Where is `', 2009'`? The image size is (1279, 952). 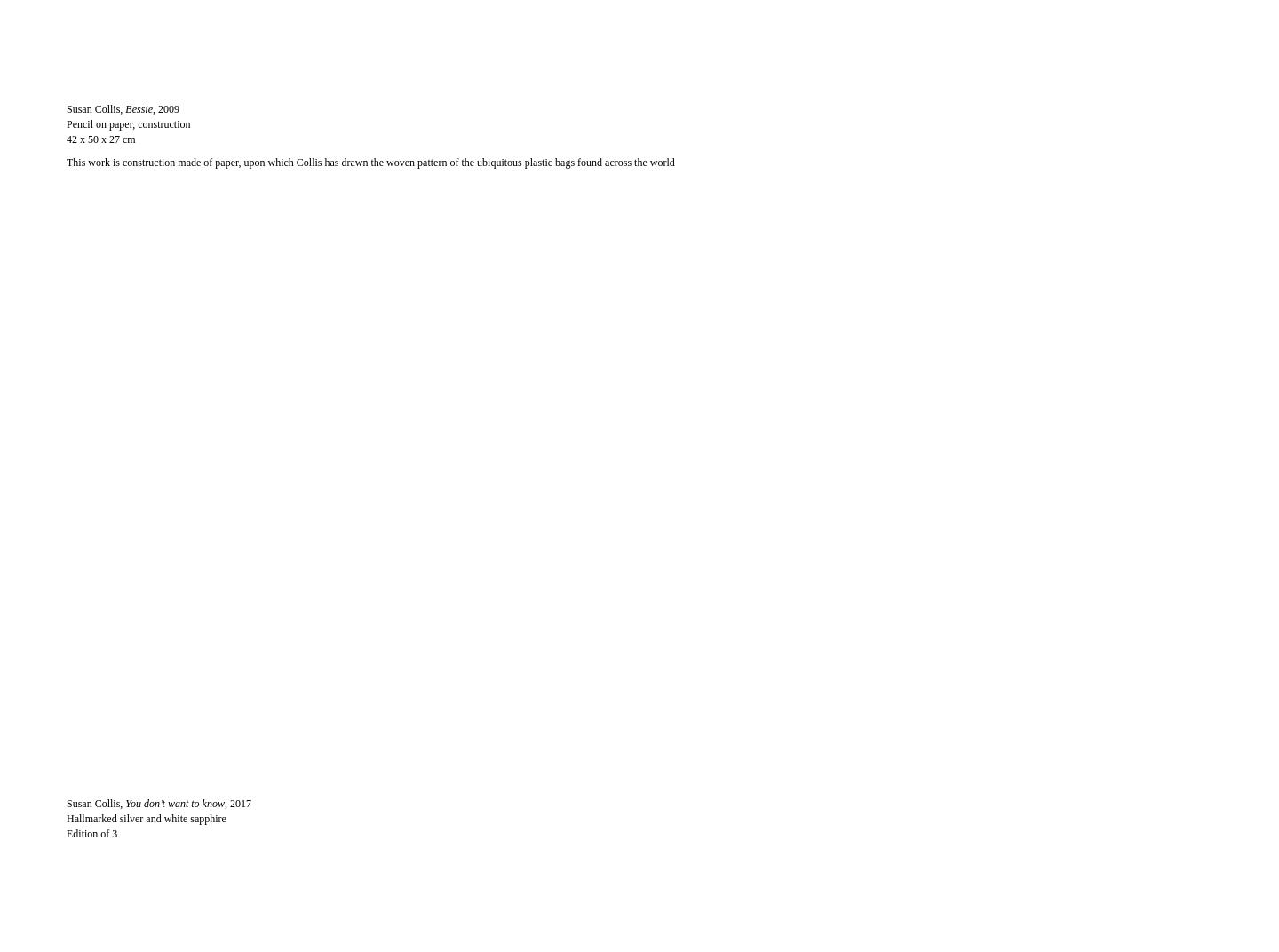 ', 2009' is located at coordinates (166, 108).